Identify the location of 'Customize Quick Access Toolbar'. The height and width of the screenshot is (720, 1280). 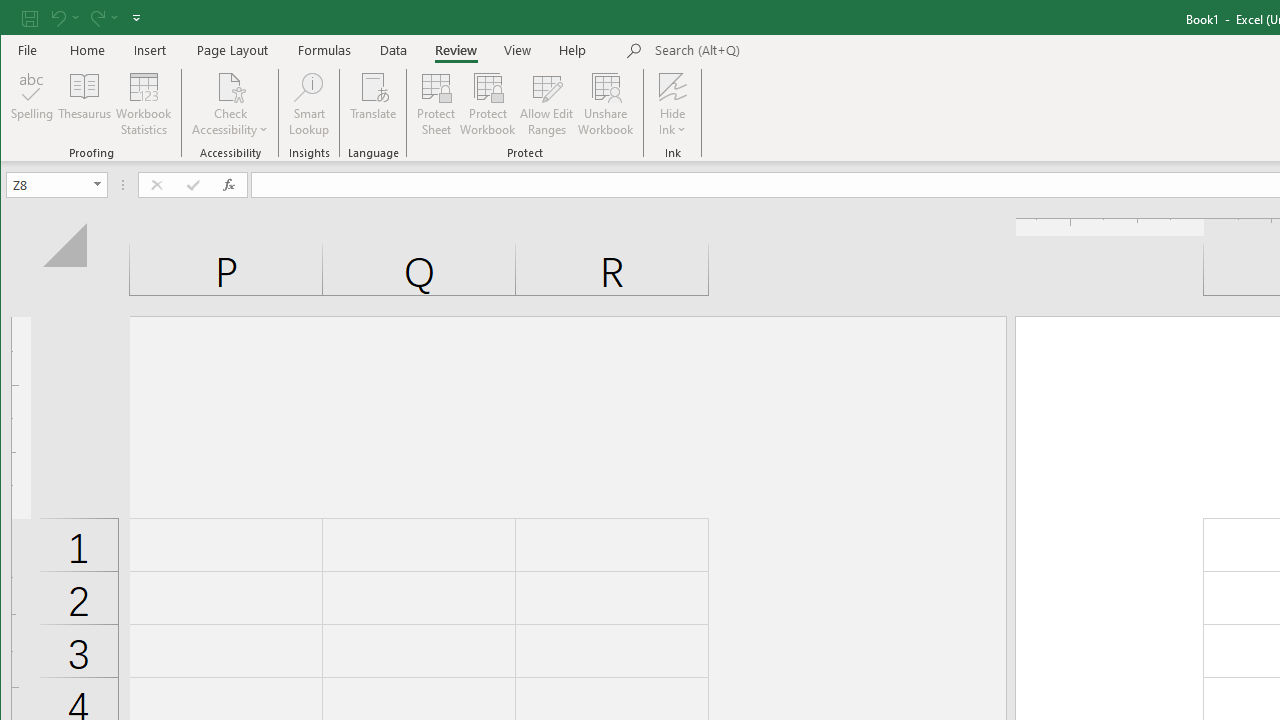
(135, 17).